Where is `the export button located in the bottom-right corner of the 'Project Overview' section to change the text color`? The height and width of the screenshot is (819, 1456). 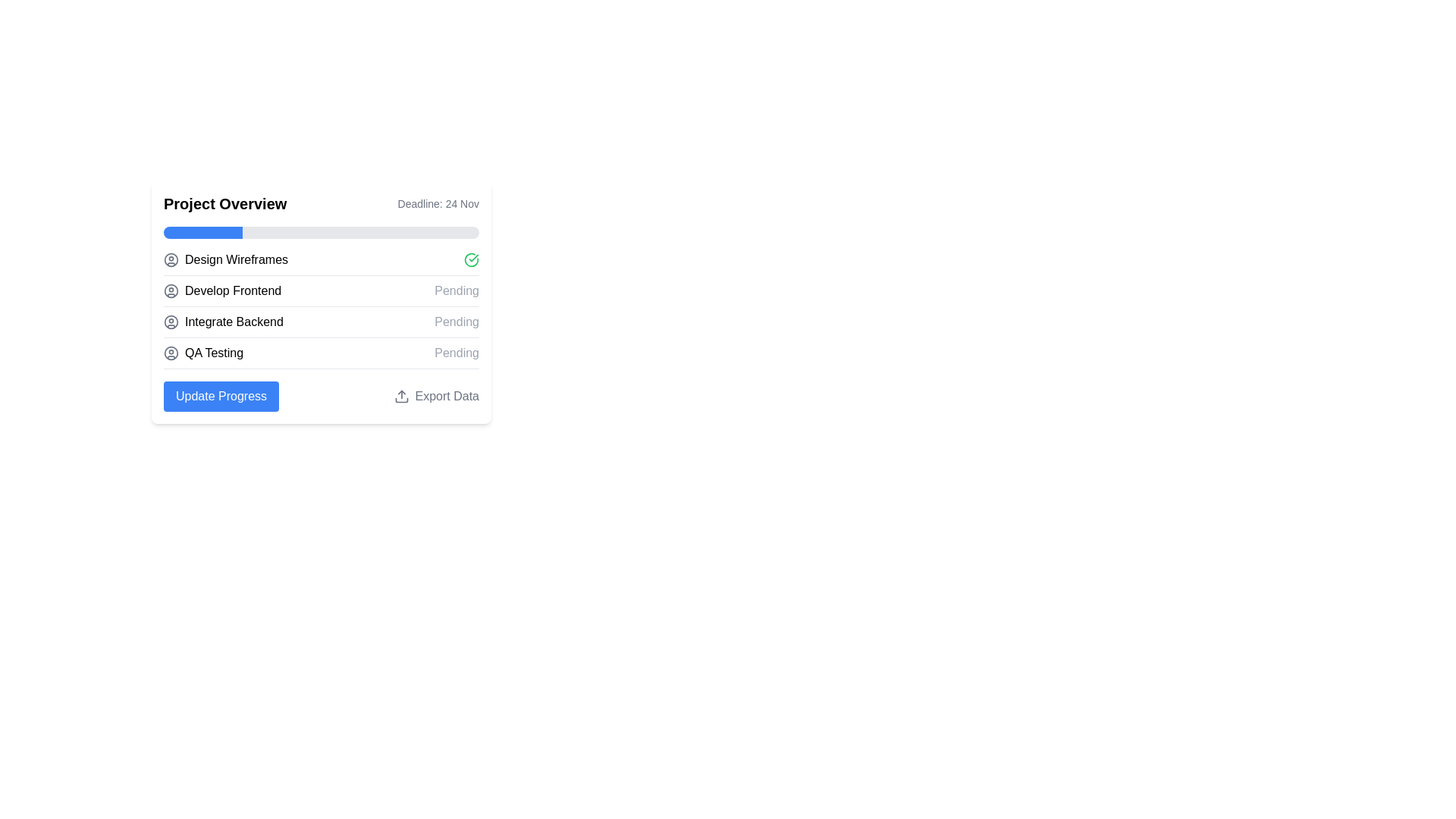
the export button located in the bottom-right corner of the 'Project Overview' section to change the text color is located at coordinates (435, 396).